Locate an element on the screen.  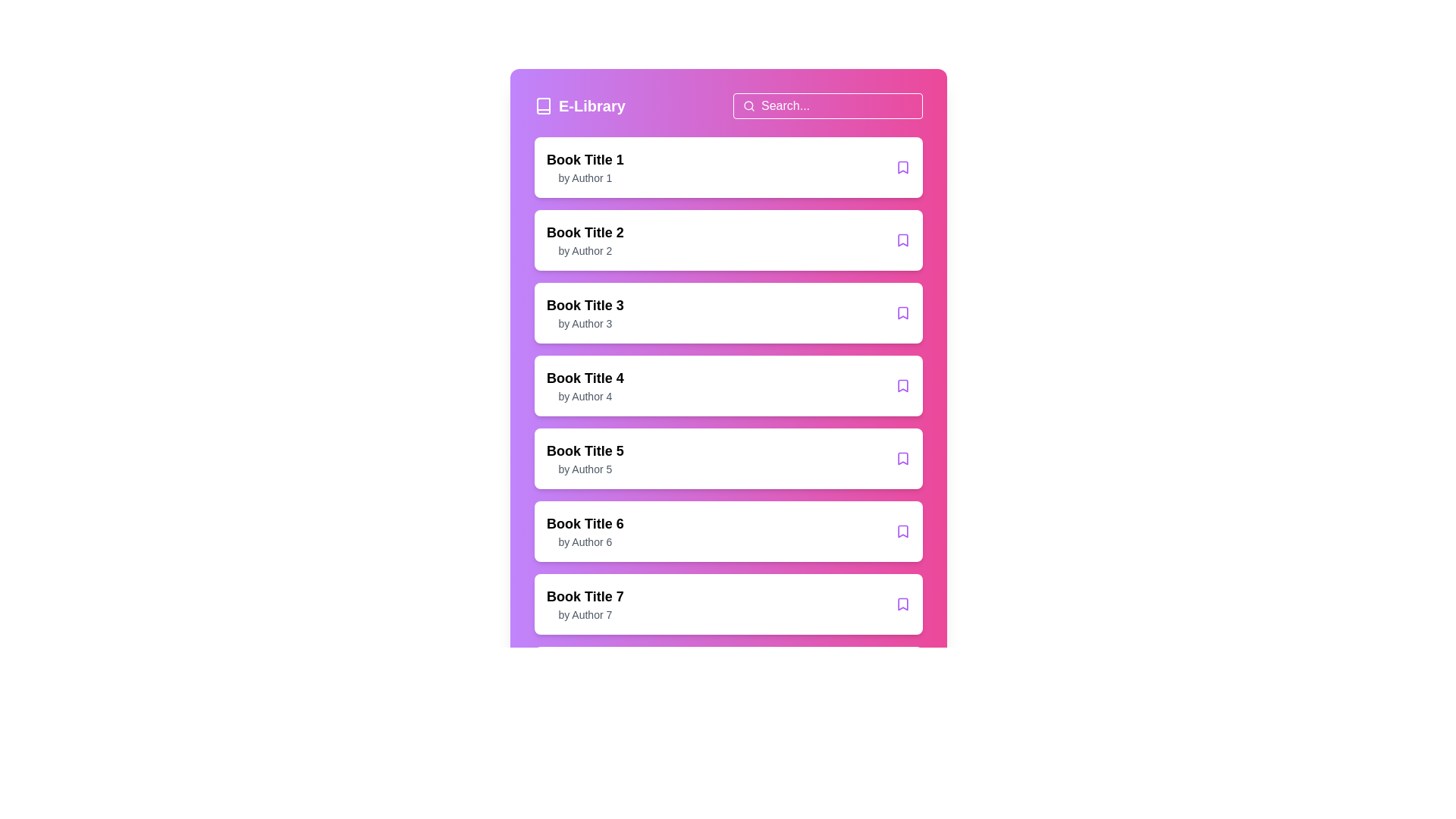
the 'E-Library' label located in the left section of the header bar, which serves as a title for the interface and is positioned to the left of the search box is located at coordinates (579, 105).